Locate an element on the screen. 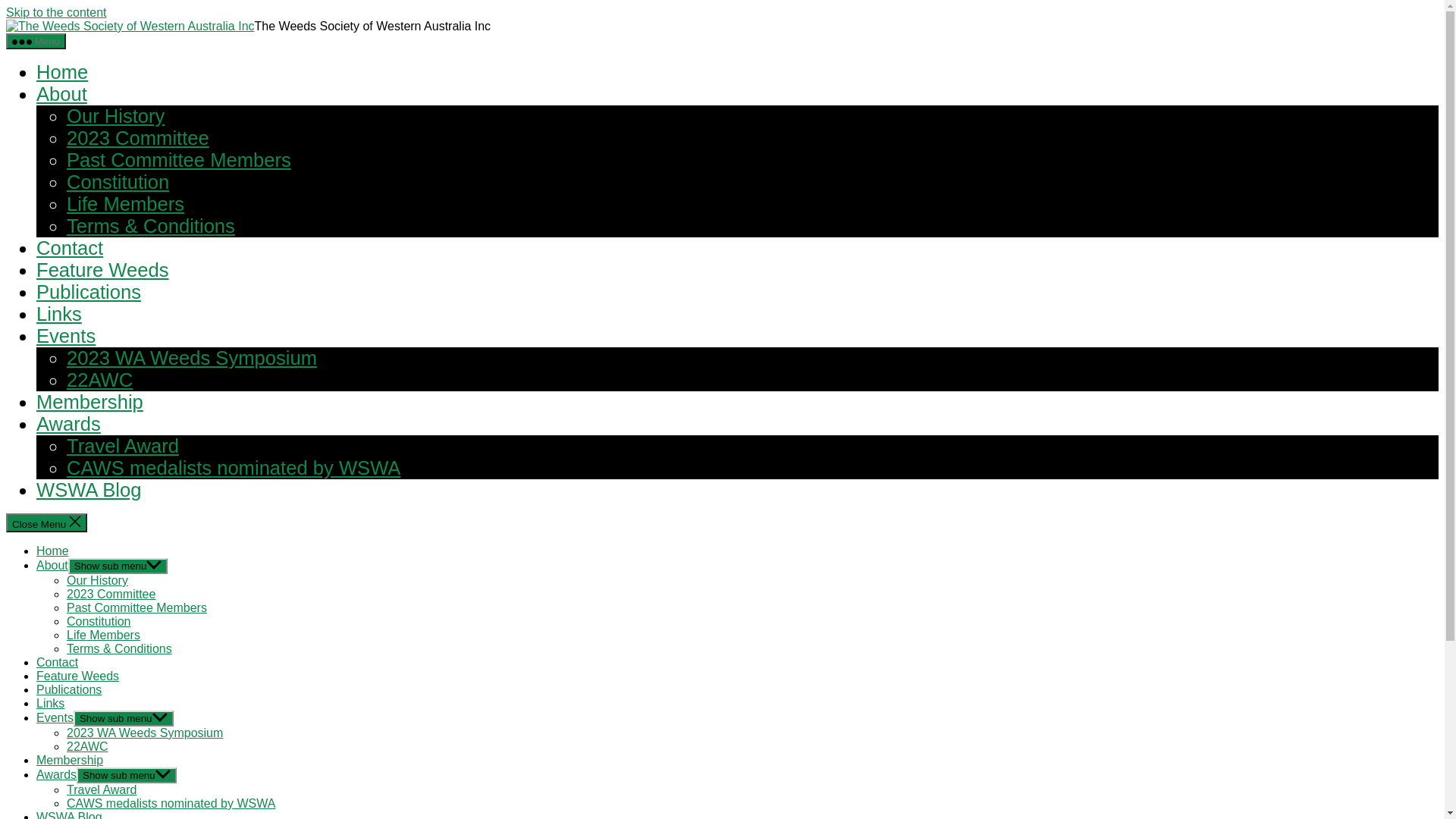  '22AWC' is located at coordinates (86, 745).